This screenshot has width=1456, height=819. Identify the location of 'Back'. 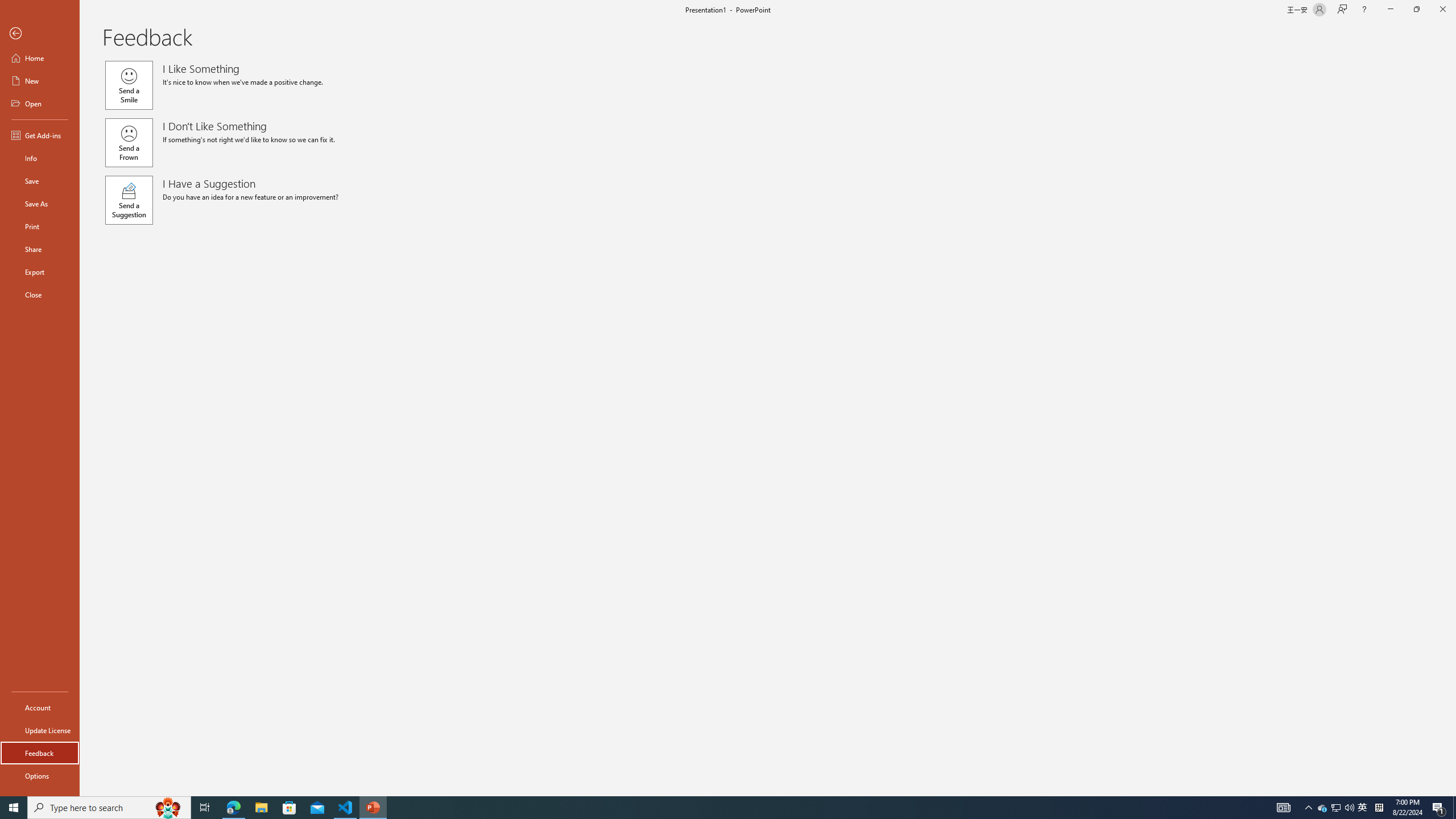
(39, 33).